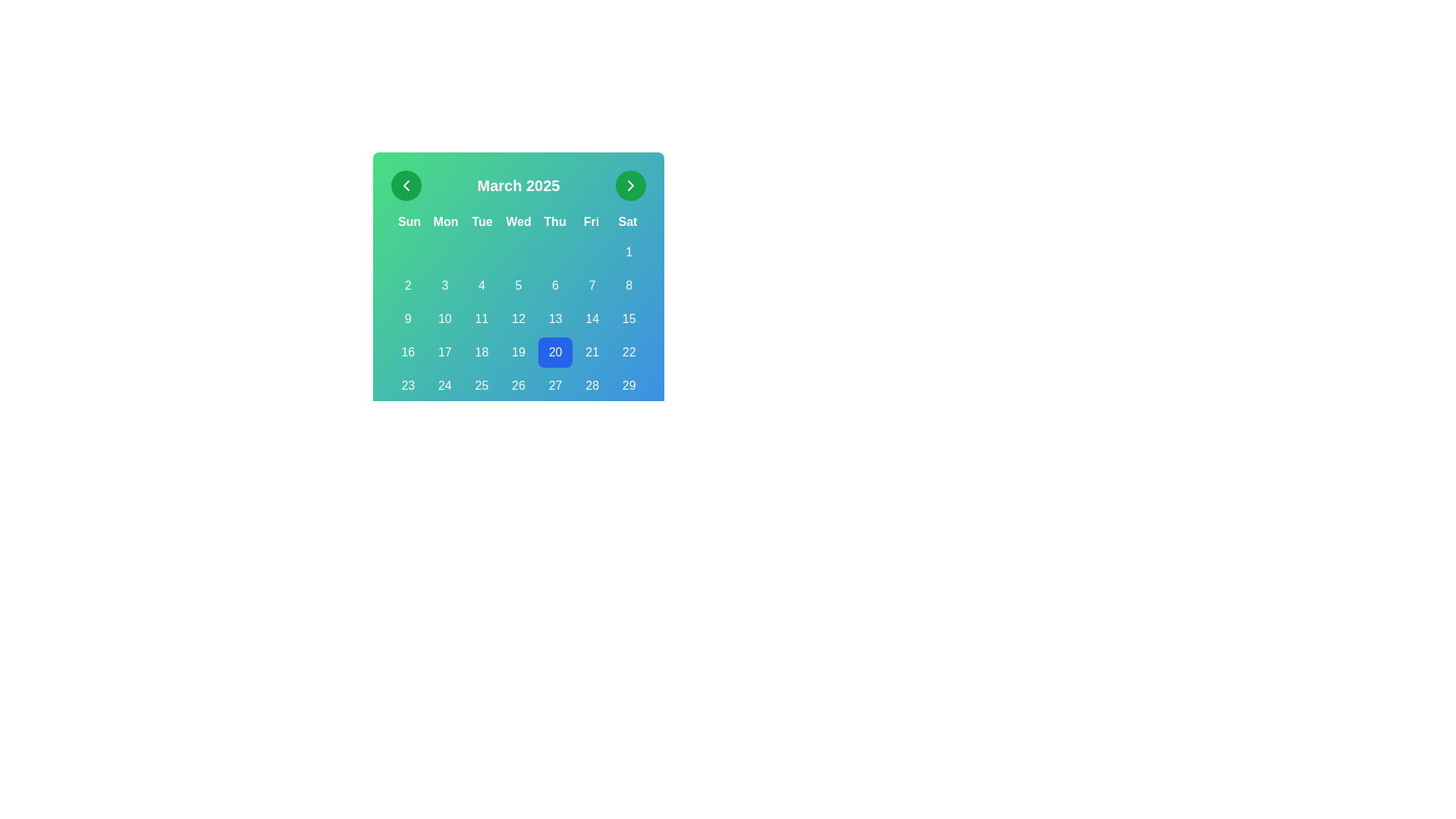 The height and width of the screenshot is (819, 1456). What do you see at coordinates (409, 222) in the screenshot?
I see `the static text label identifying the first day of the week in the calendar view for additional information` at bounding box center [409, 222].